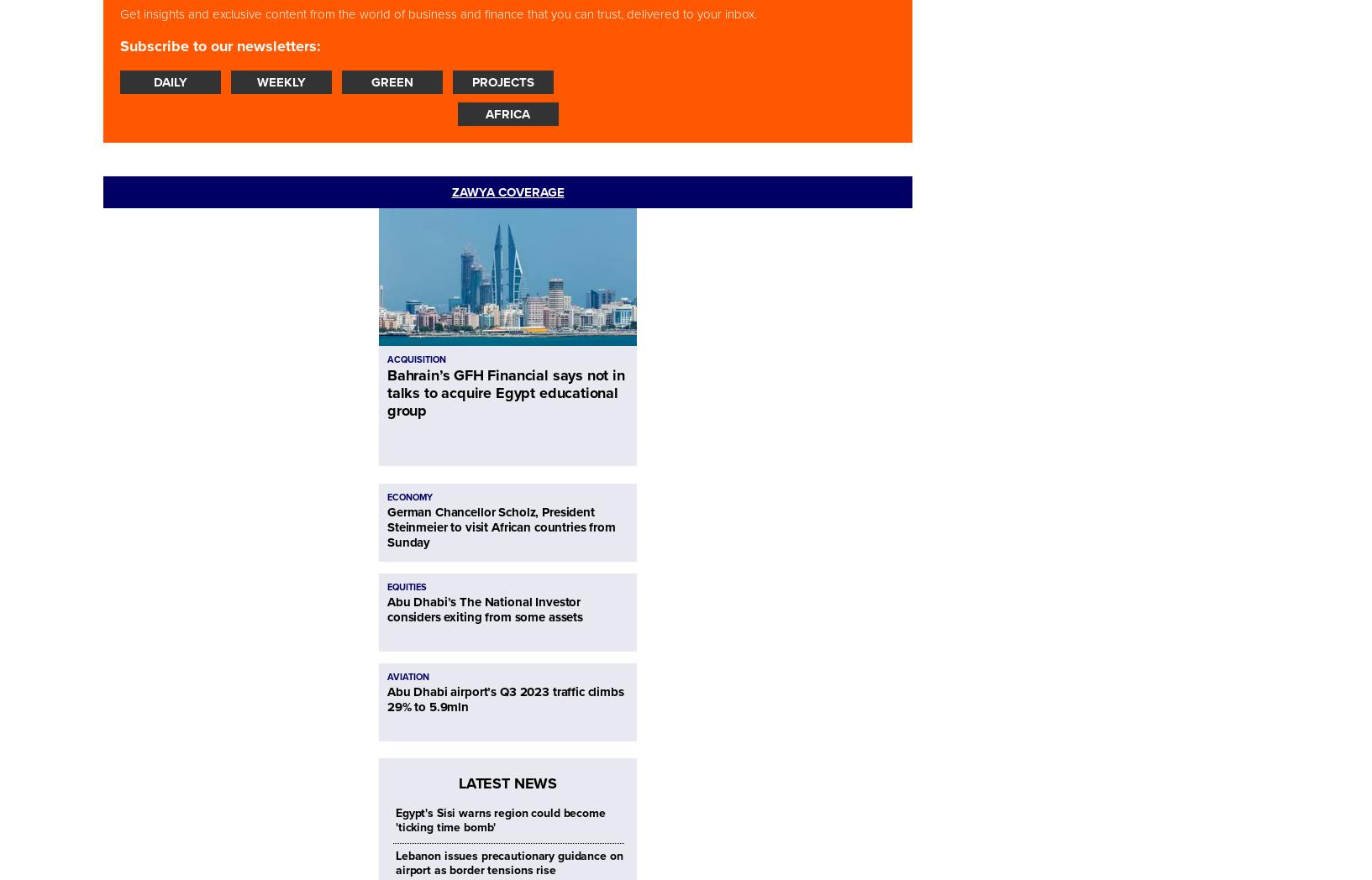 This screenshot has width=1372, height=880. Describe the element at coordinates (407, 586) in the screenshot. I see `'EQUITIES'` at that location.